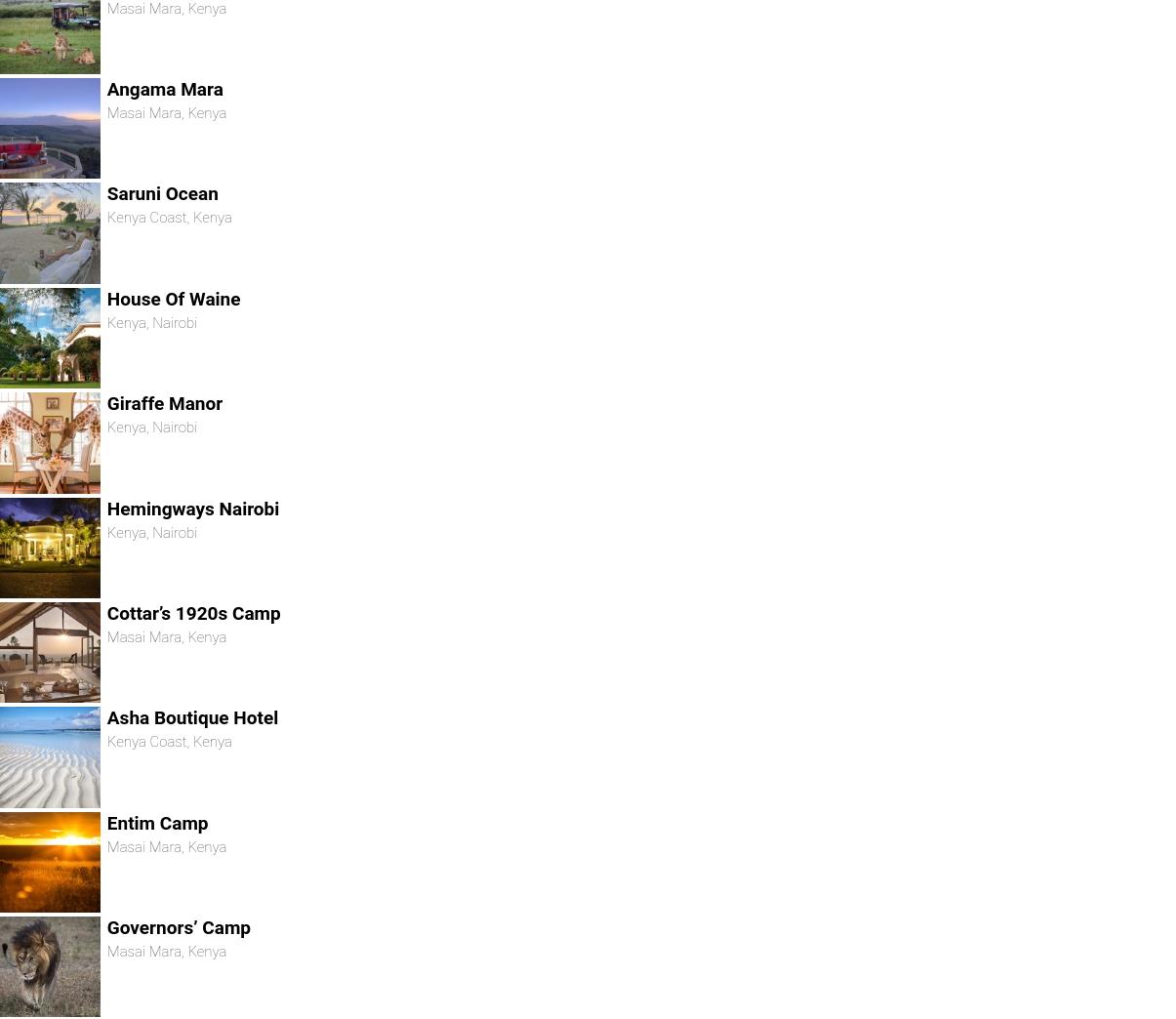 This screenshot has width=1176, height=1019. Describe the element at coordinates (163, 89) in the screenshot. I see `'Angama Mara'` at that location.